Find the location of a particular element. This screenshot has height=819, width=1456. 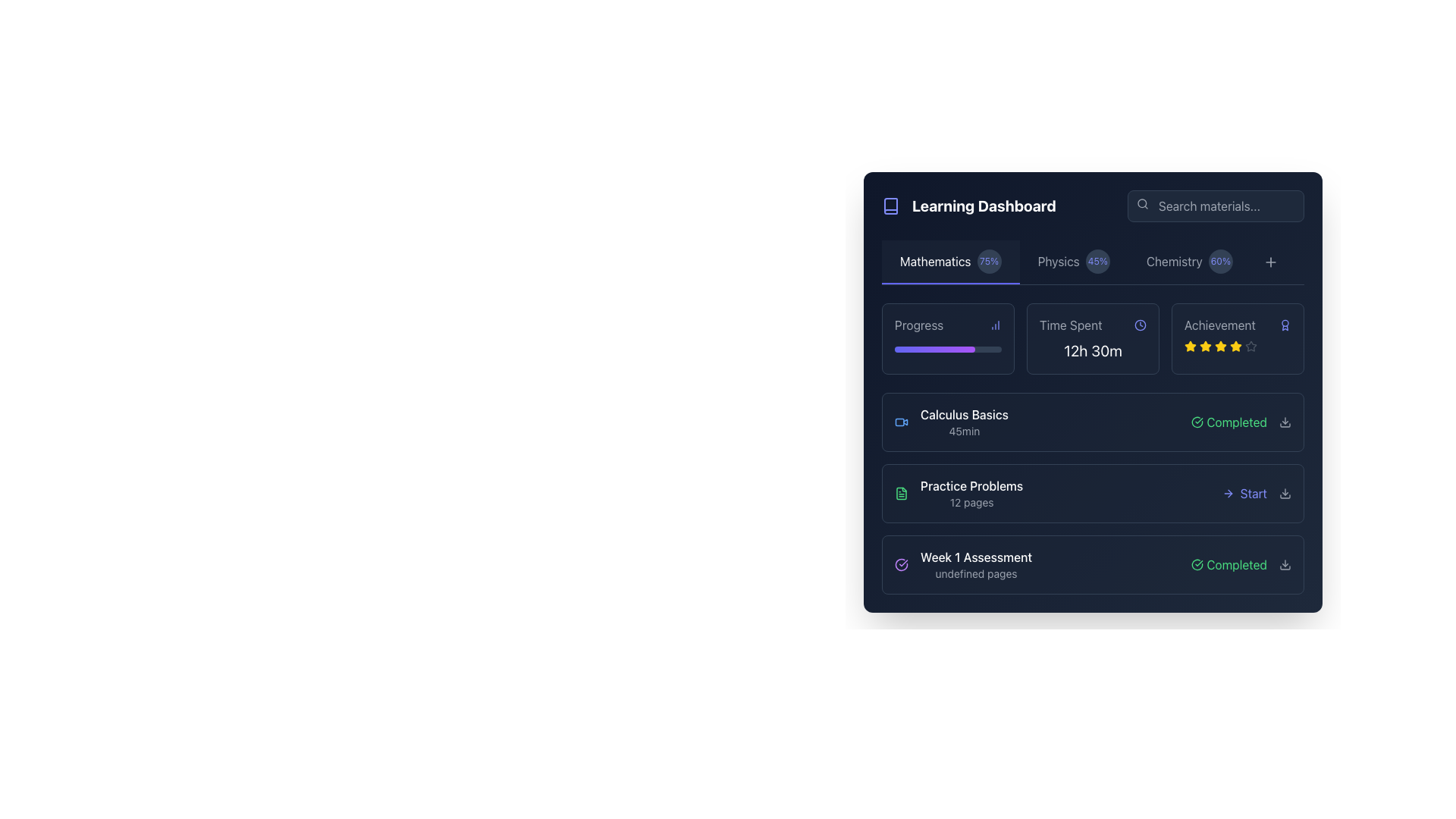

the small circular button with a plus sign located at the top-right corner of the section is located at coordinates (1270, 262).